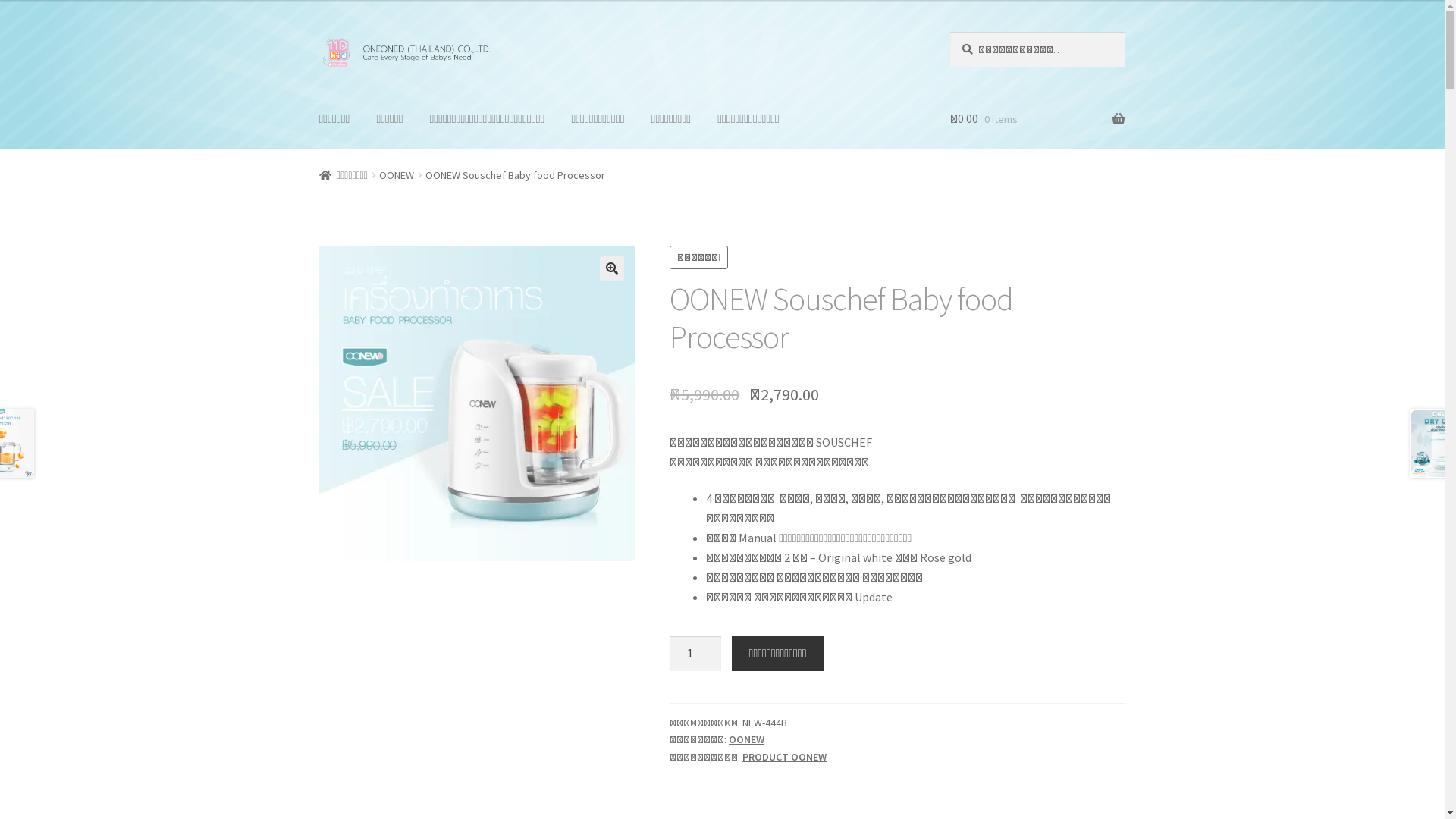 The width and height of the screenshot is (1456, 819). Describe the element at coordinates (378, 174) in the screenshot. I see `'OONEW'` at that location.